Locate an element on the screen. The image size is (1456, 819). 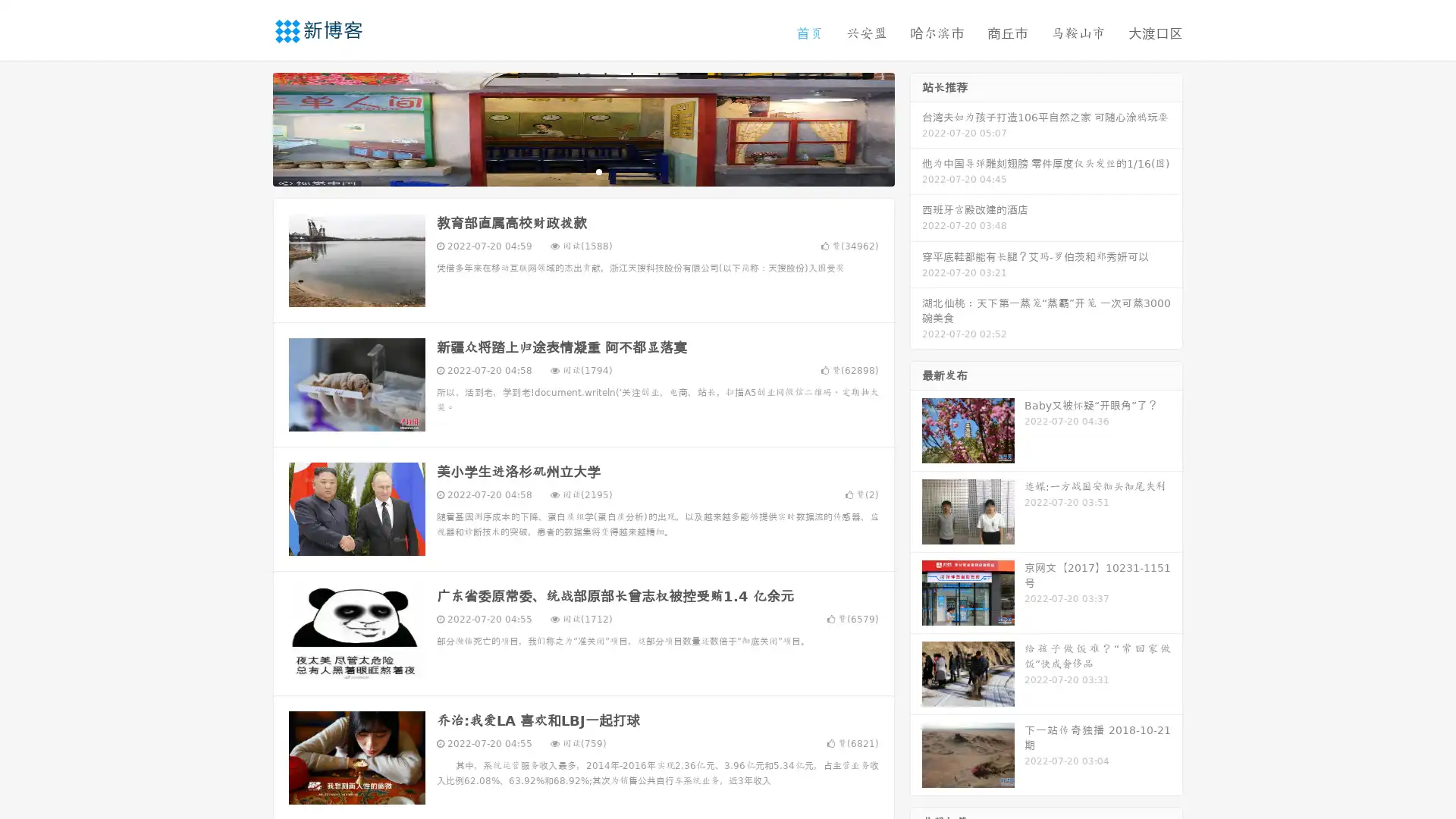
Go to slide 2 is located at coordinates (582, 171).